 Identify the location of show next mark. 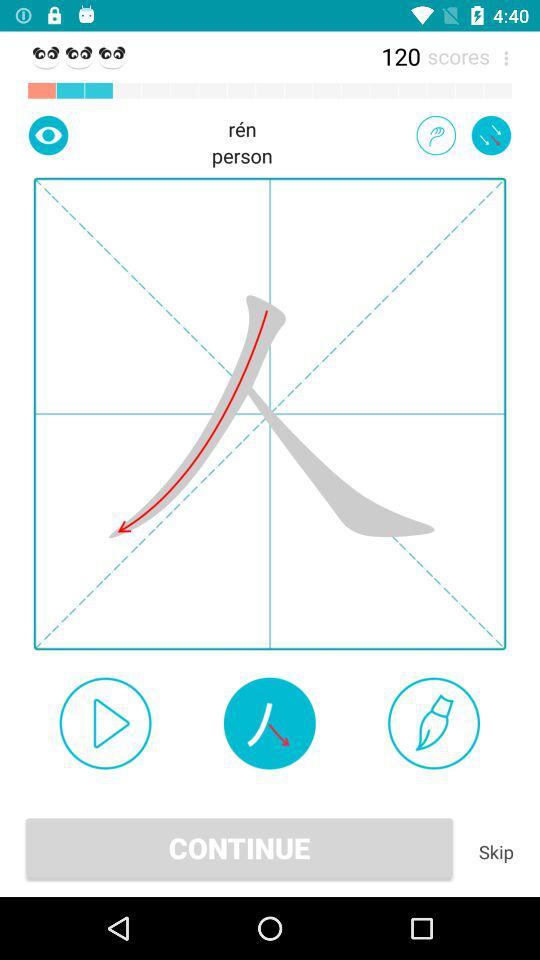
(48, 134).